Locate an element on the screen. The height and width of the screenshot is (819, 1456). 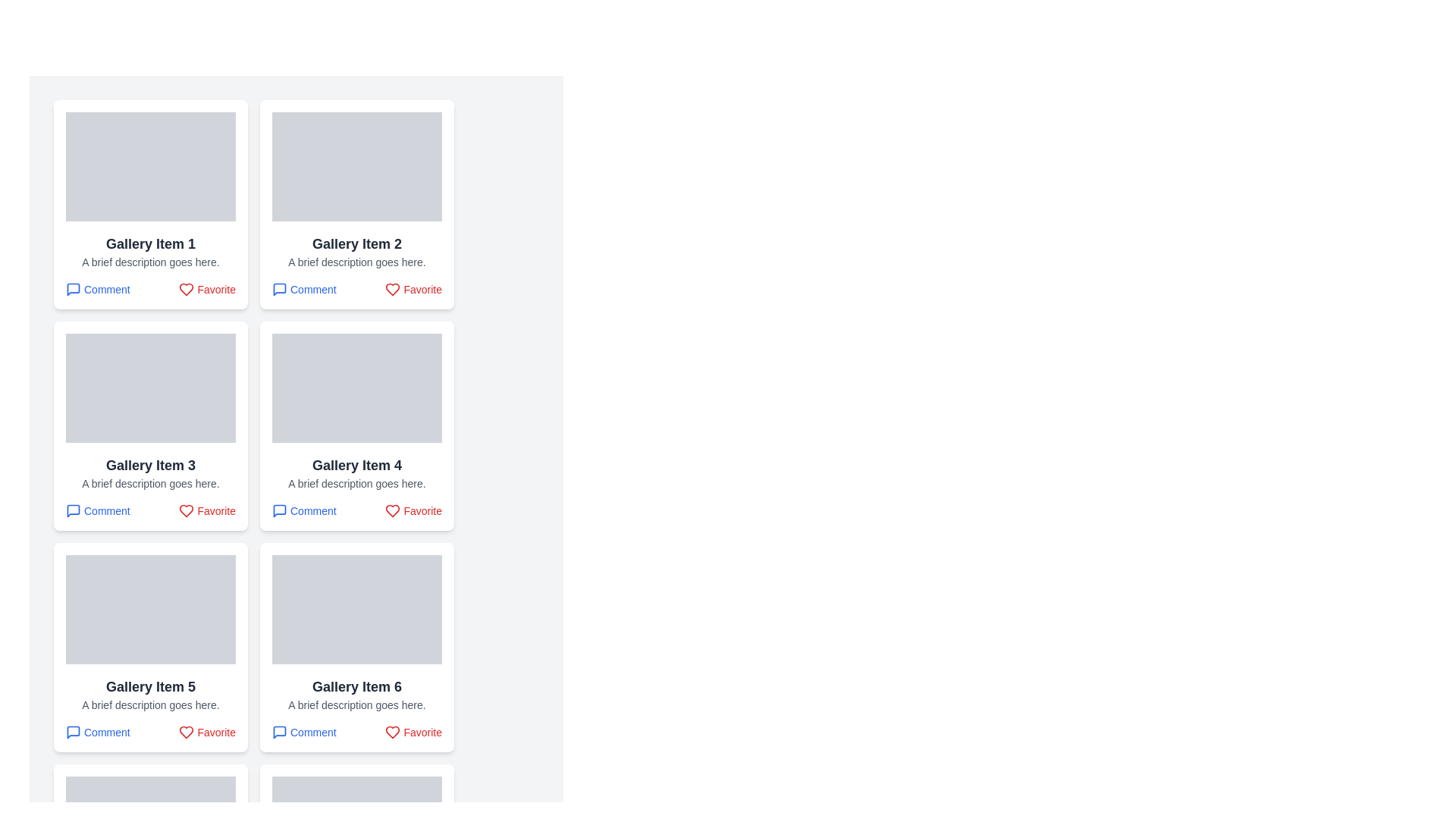
the 'Favorite' icon button located next to the 'Favorite' text in the bottom section of 'Gallery Item 1' is located at coordinates (186, 289).